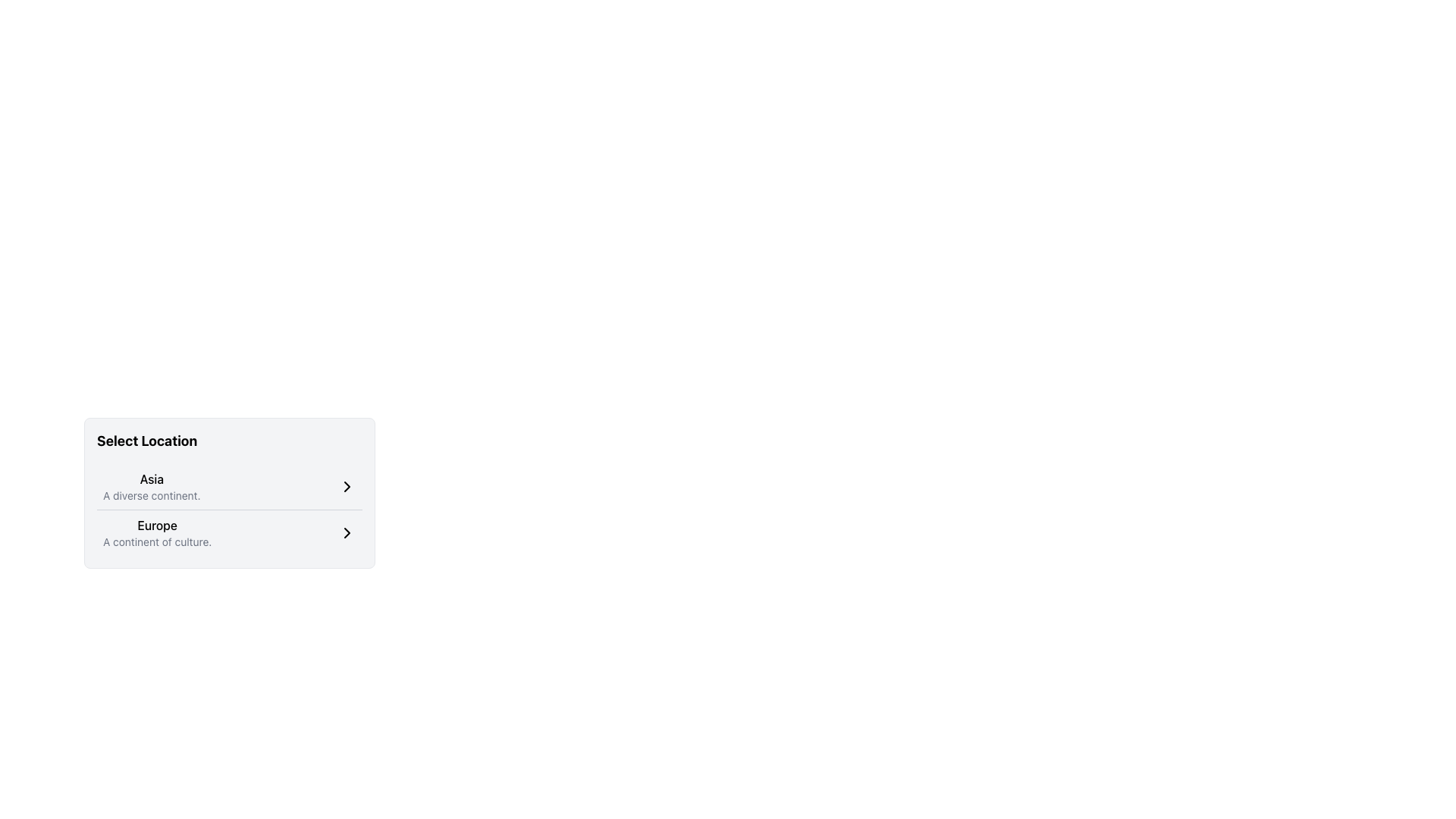 This screenshot has height=819, width=1456. Describe the element at coordinates (346, 532) in the screenshot. I see `the arrow icon located at the far right of the row containing the 'Europe' option` at that location.